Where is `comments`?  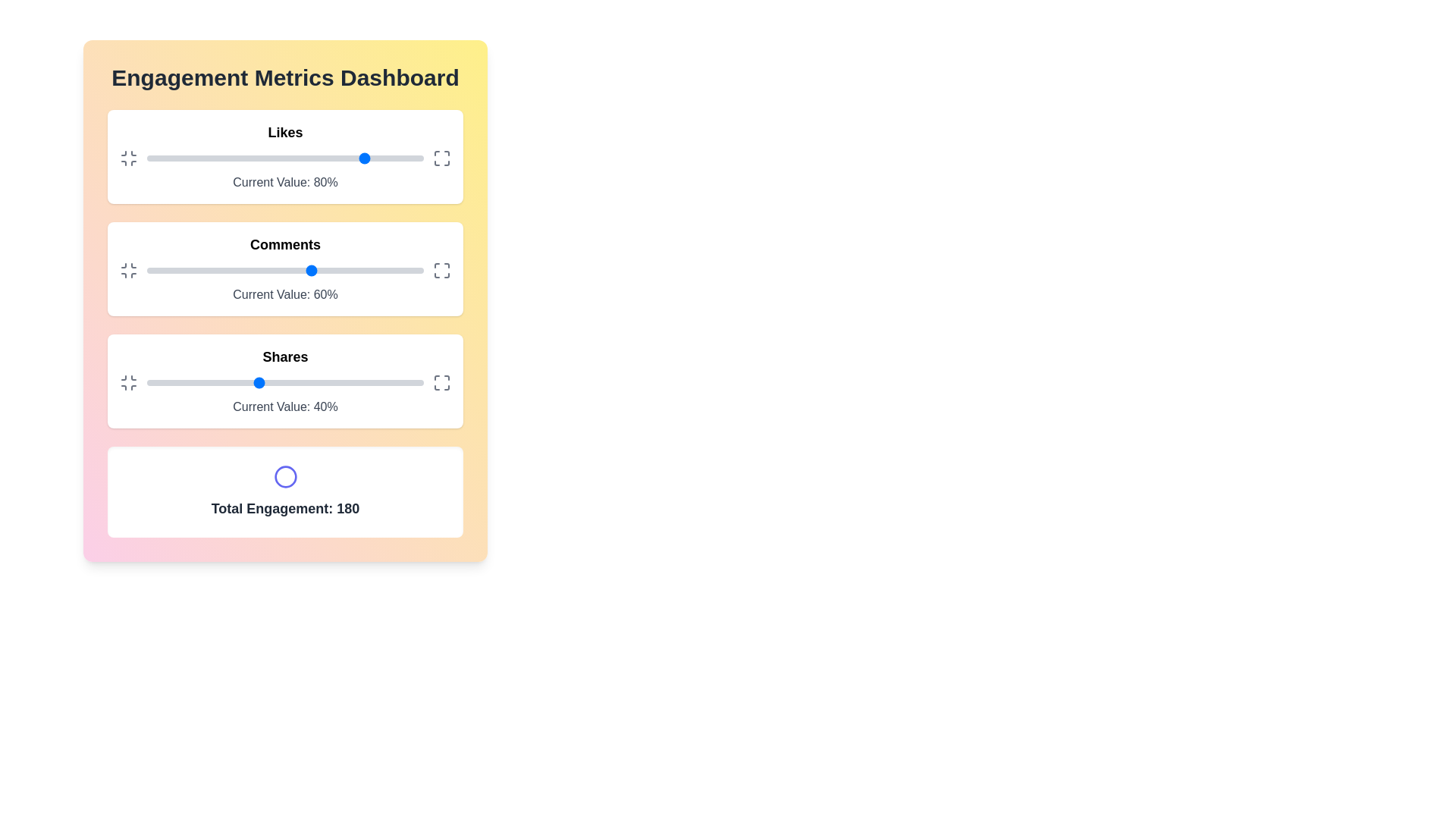
comments is located at coordinates (326, 270).